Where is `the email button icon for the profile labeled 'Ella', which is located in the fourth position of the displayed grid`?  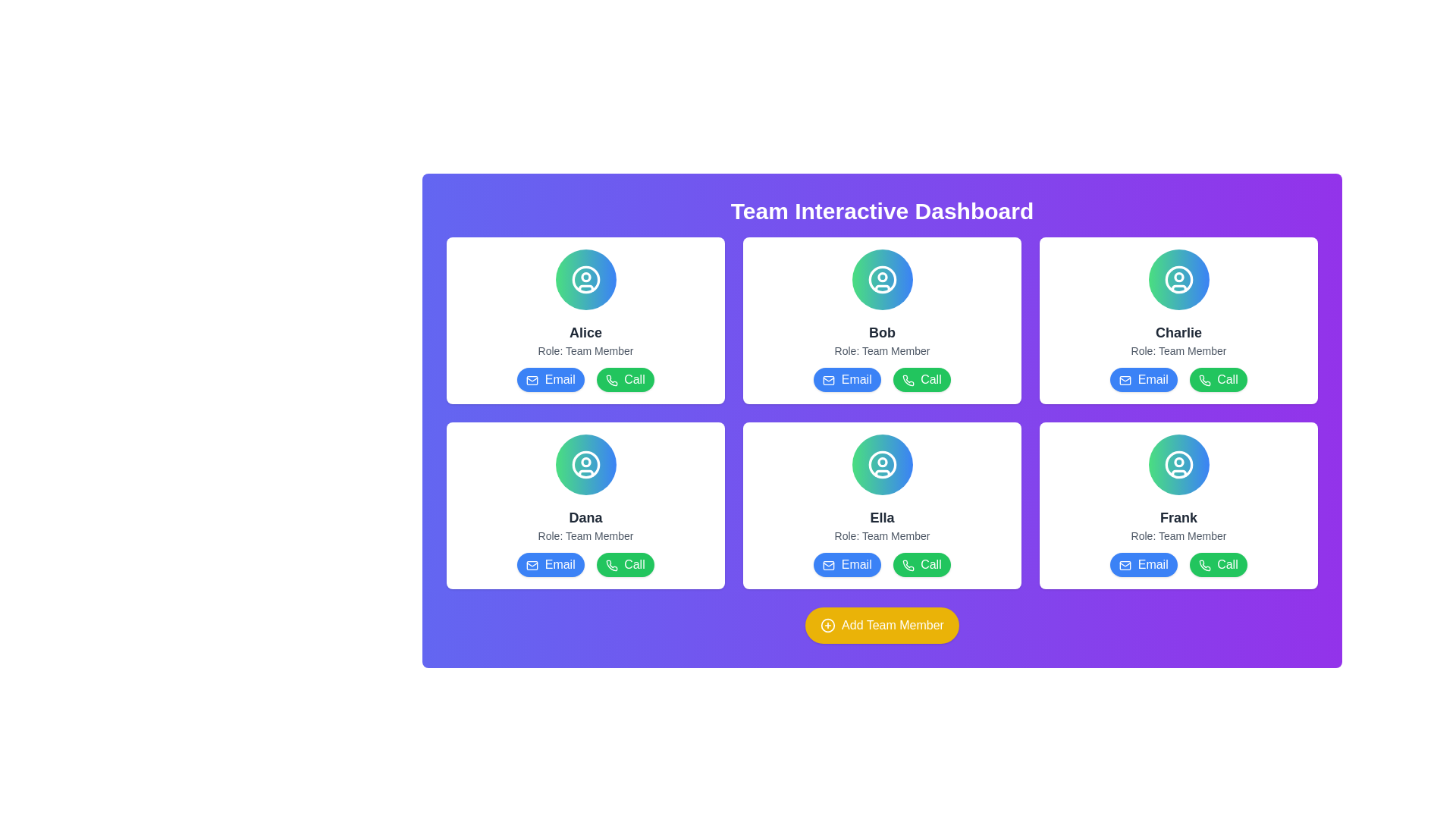
the email button icon for the profile labeled 'Ella', which is located in the fourth position of the displayed grid is located at coordinates (828, 565).